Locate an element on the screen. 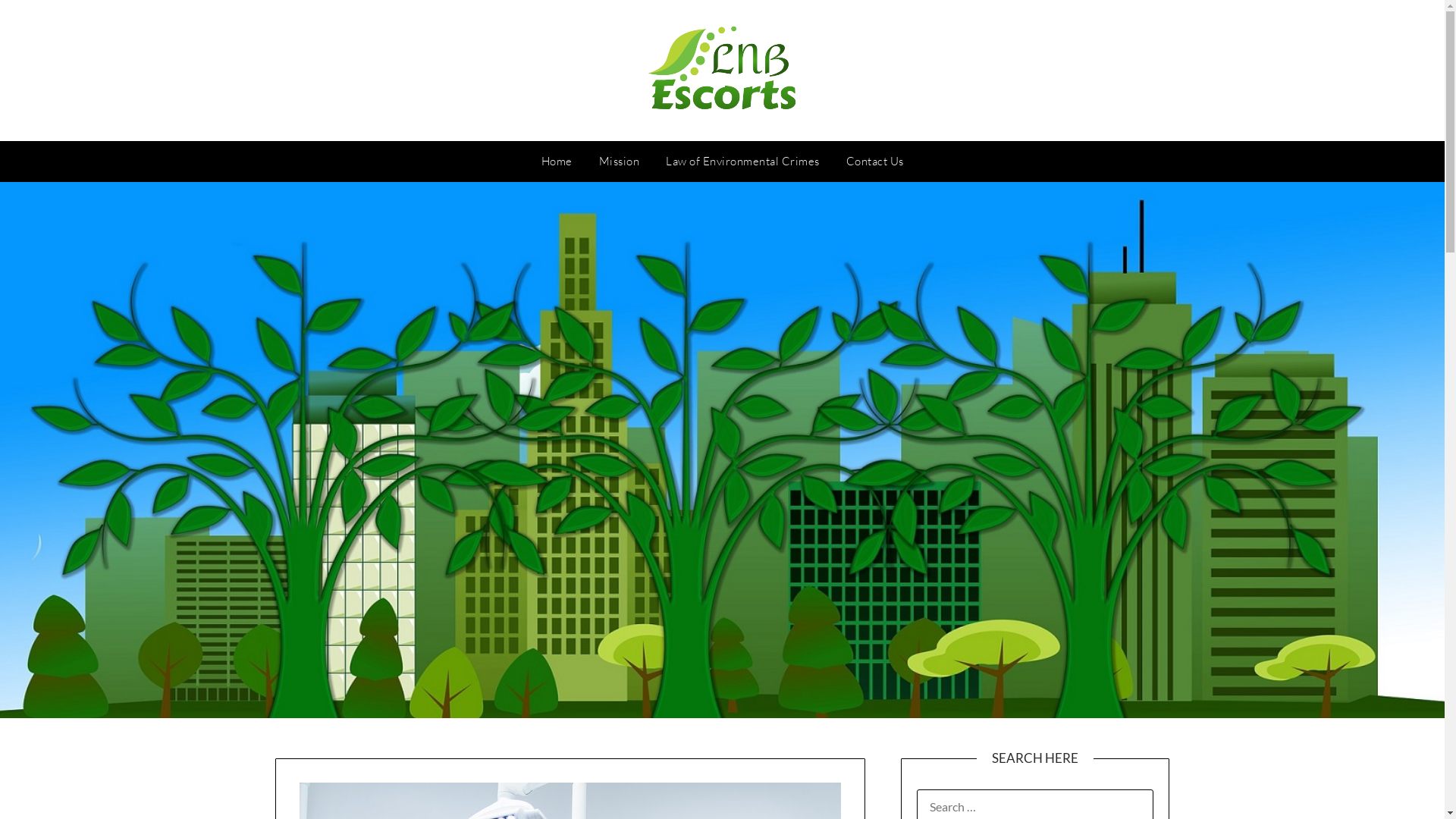  'Contact Us' is located at coordinates (874, 161).